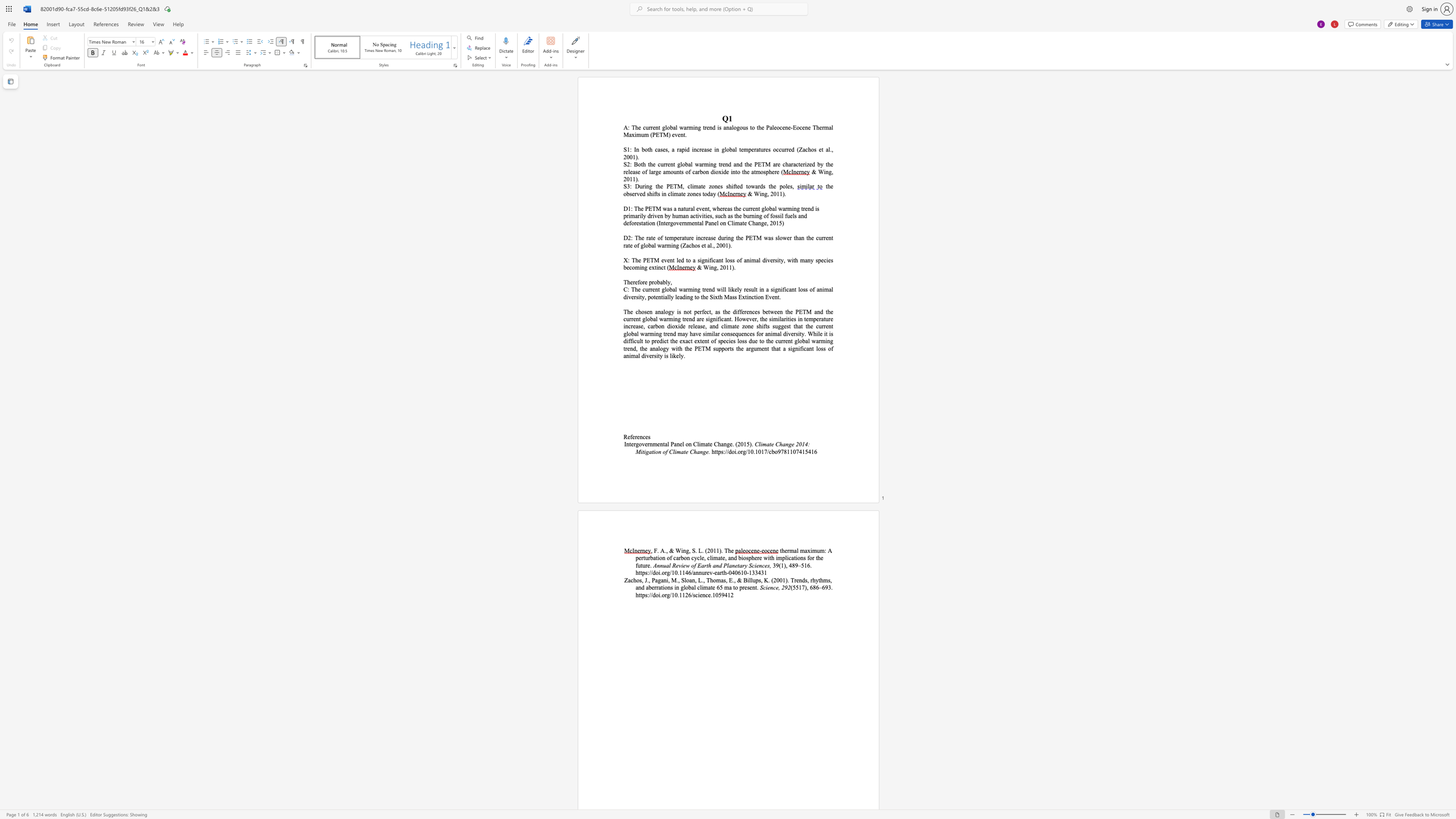 The height and width of the screenshot is (819, 1456). I want to click on the subset text "ts" within the text "large amounts", so click(679, 171).